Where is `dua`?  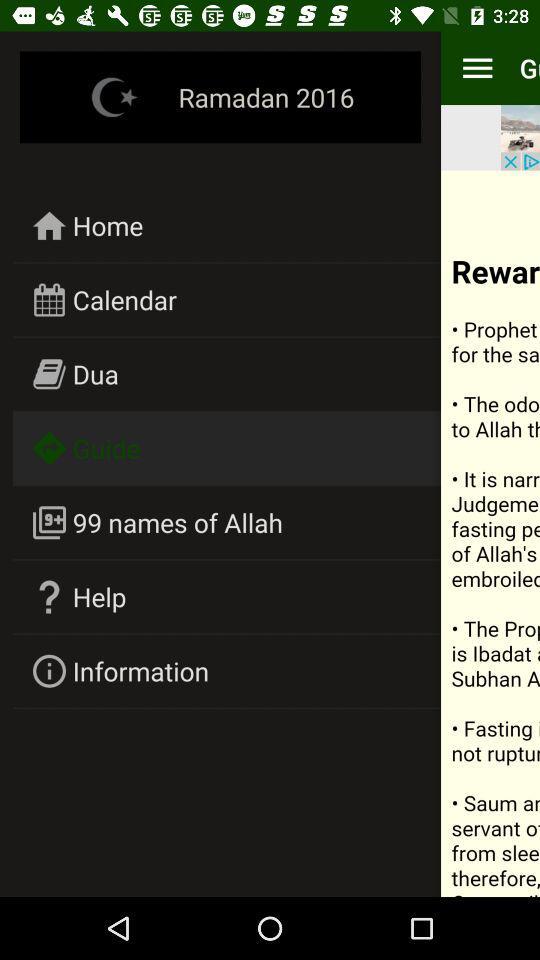 dua is located at coordinates (94, 373).